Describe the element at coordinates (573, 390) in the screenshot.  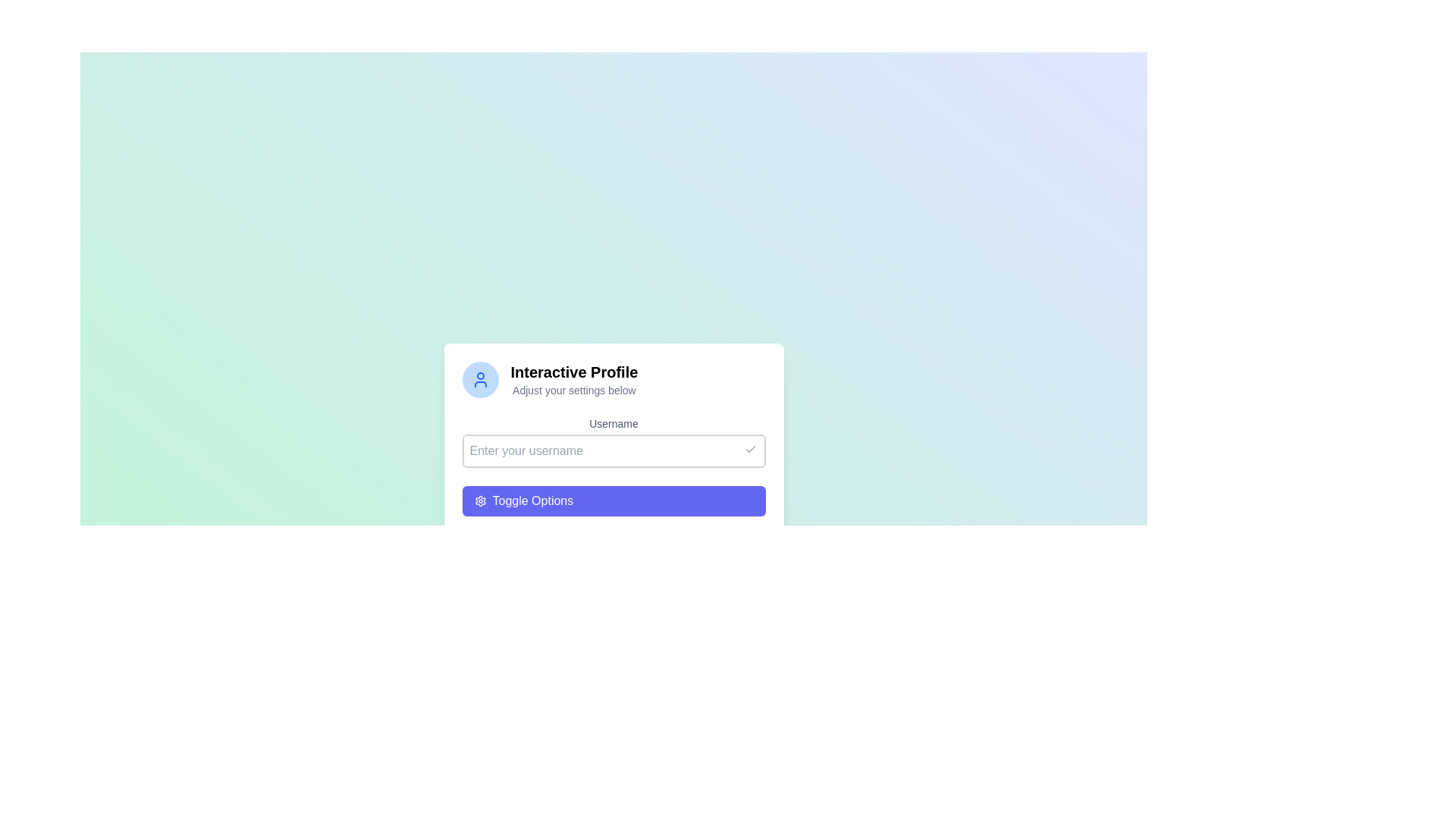
I see `the text label element reading 'Adjust your settings below,' which is styled in a small gray font and positioned directly below the heading 'Interactive Profile.'` at that location.